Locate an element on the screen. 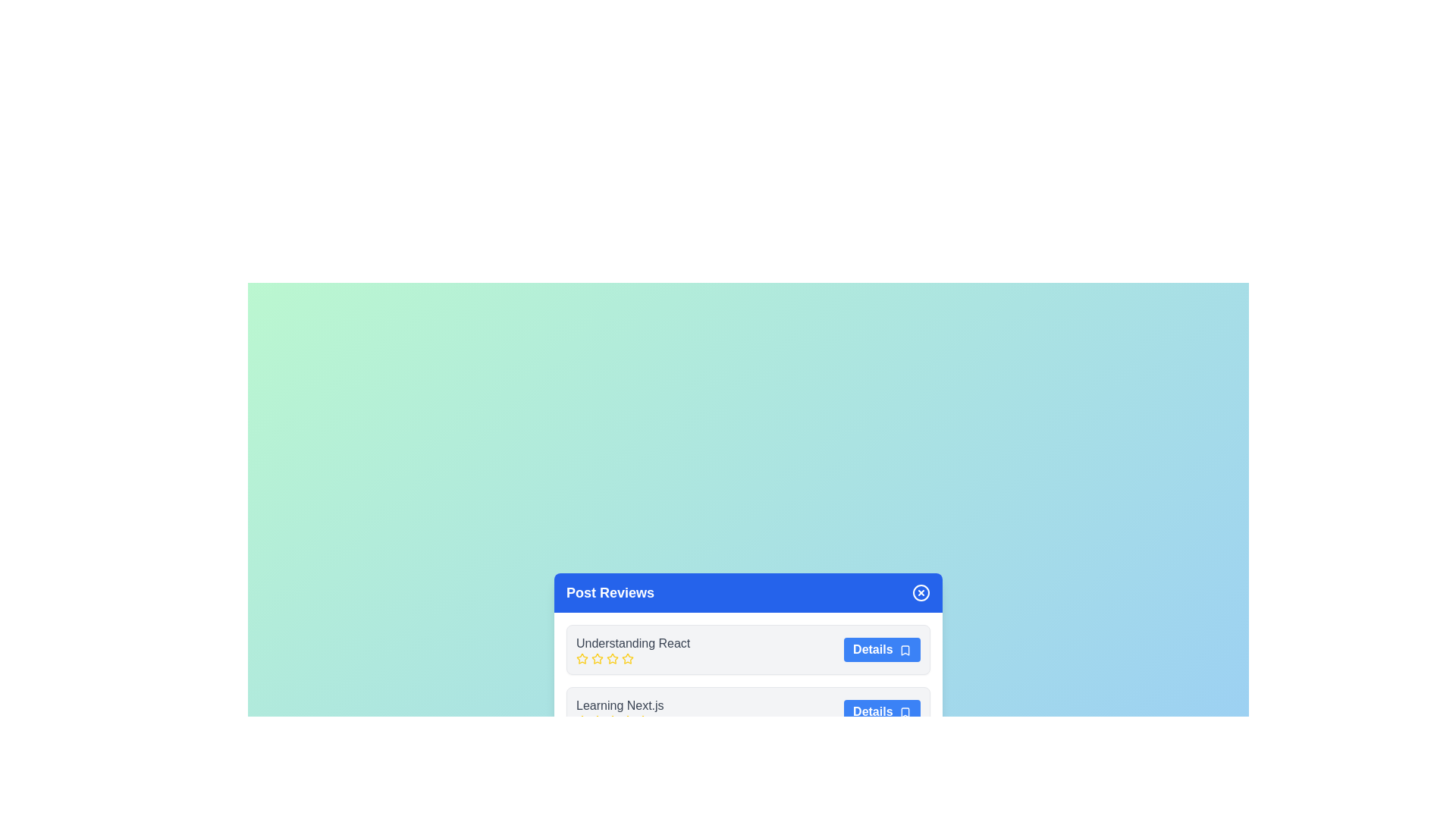  'Details' button for the post titled Understanding React is located at coordinates (882, 648).